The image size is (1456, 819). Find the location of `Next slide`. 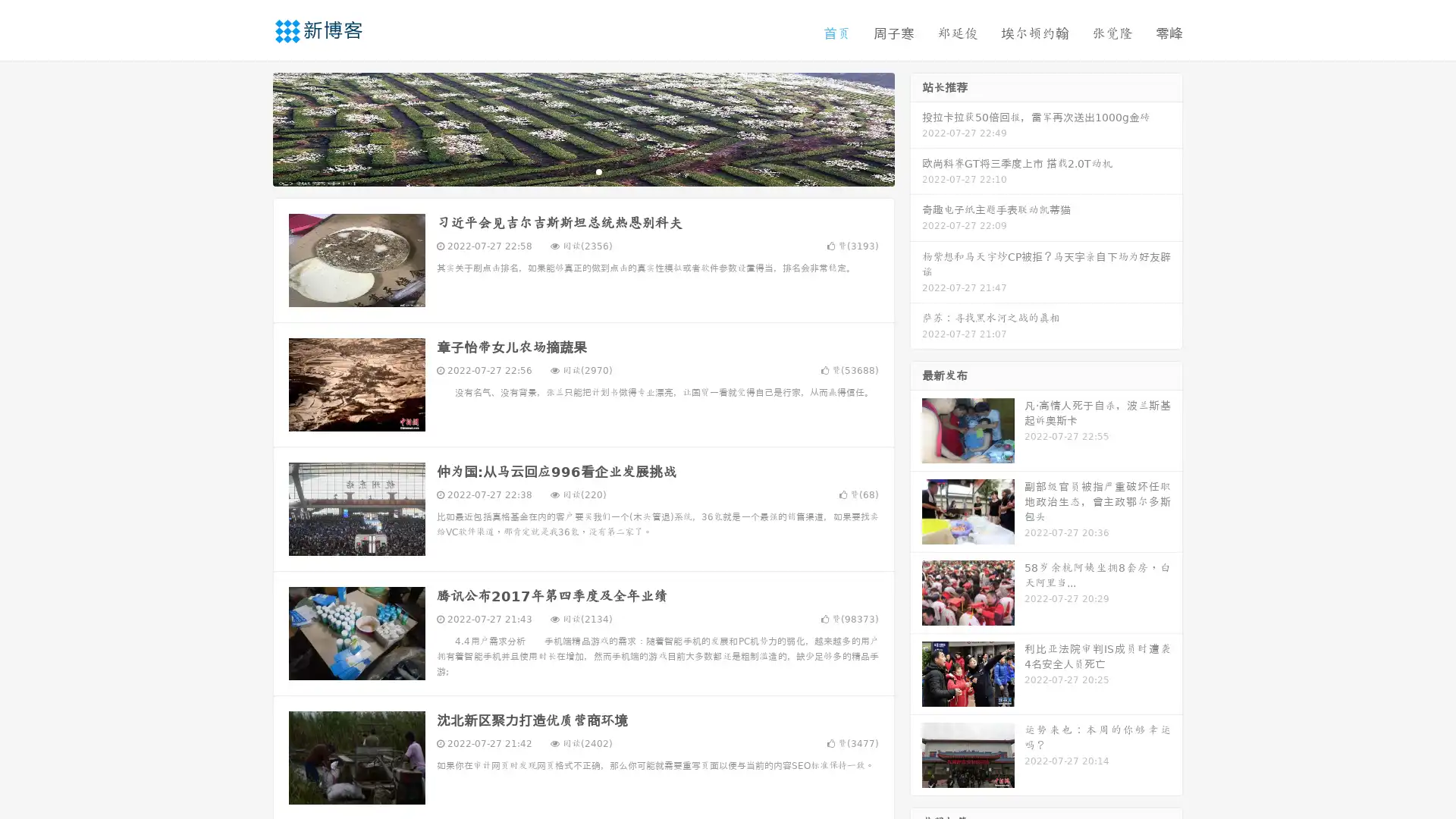

Next slide is located at coordinates (916, 127).